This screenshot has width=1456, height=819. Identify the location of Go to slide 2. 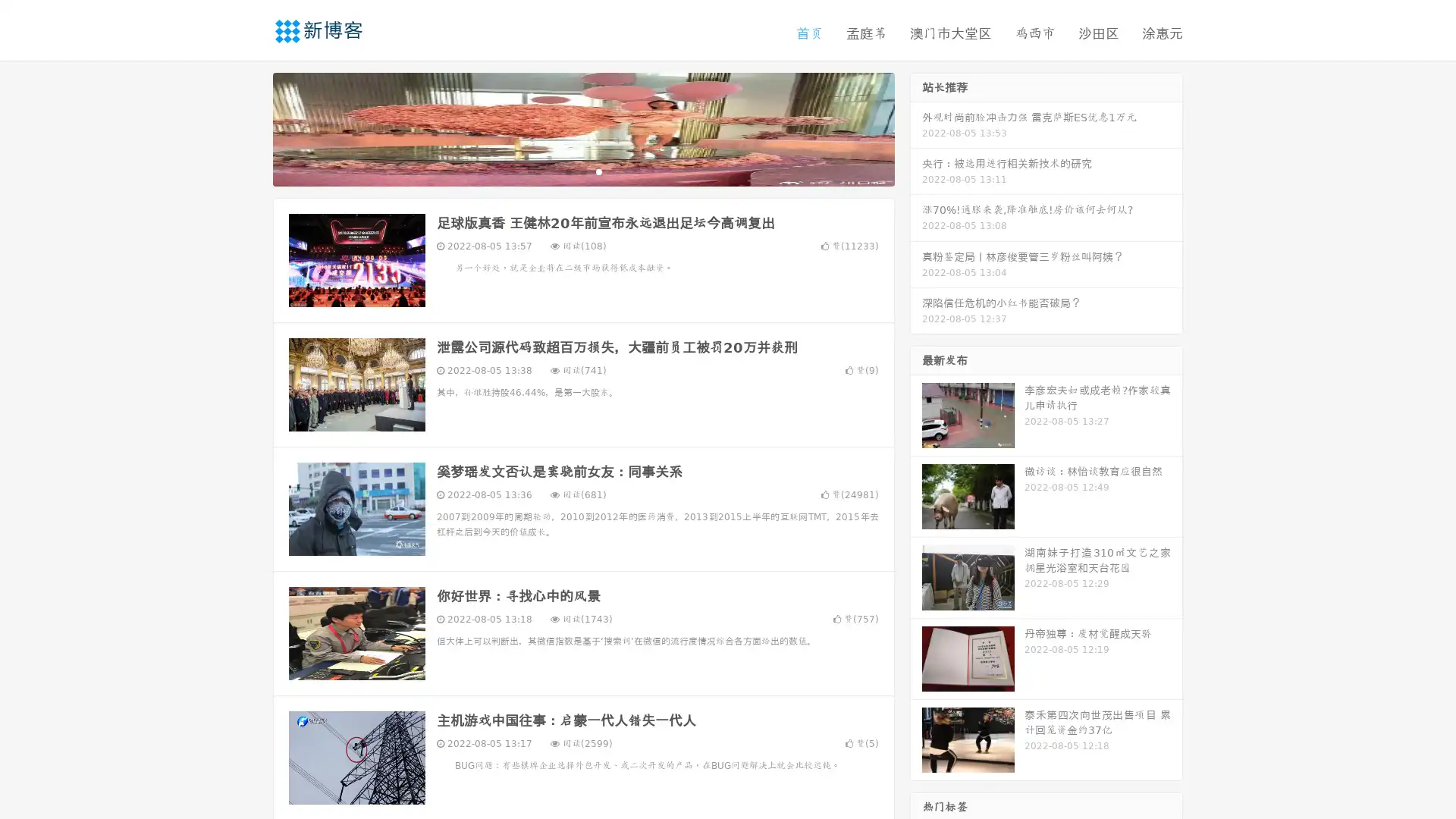
(582, 171).